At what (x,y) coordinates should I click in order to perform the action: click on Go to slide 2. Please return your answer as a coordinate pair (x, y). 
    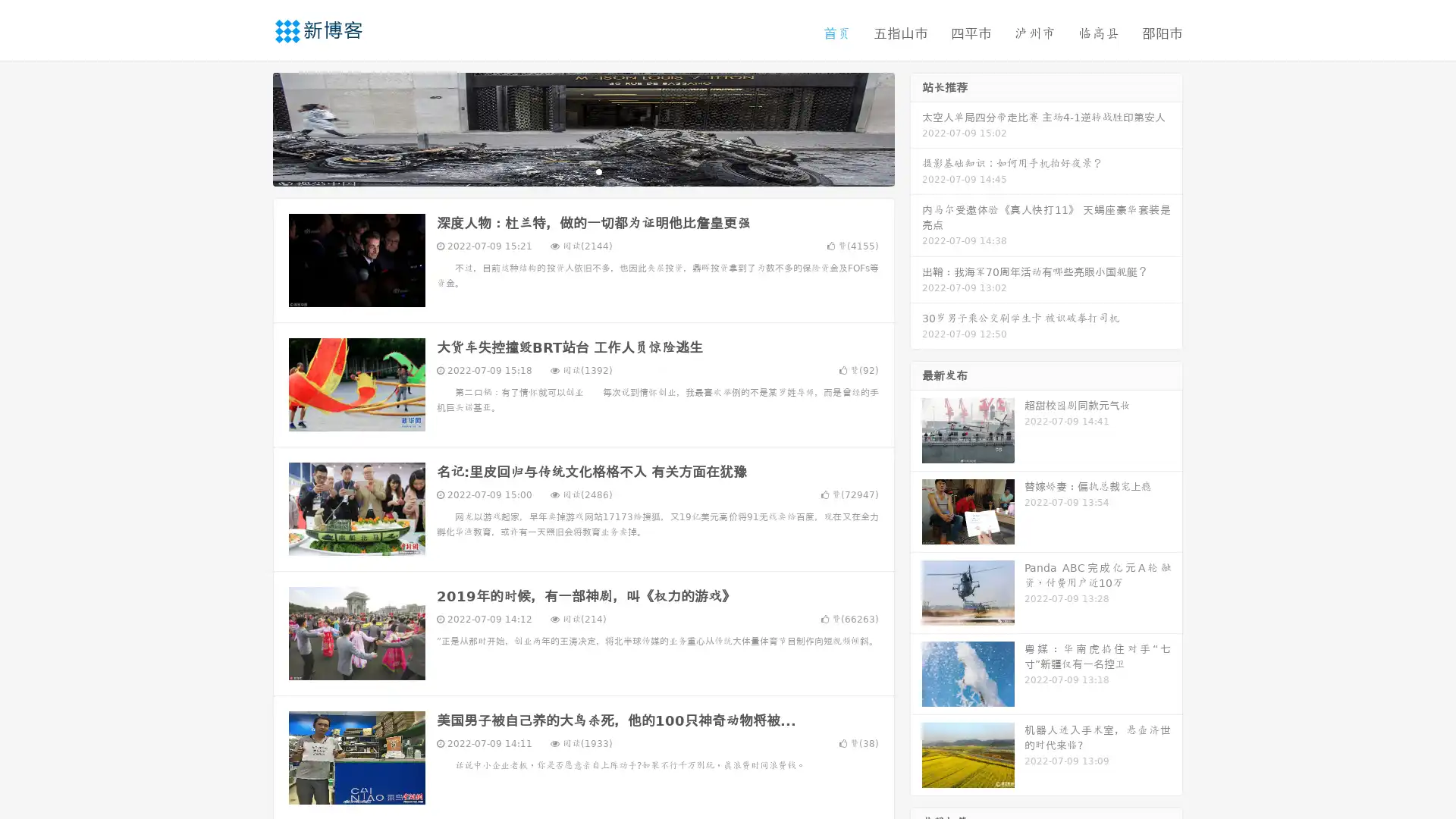
    Looking at the image, I should click on (582, 171).